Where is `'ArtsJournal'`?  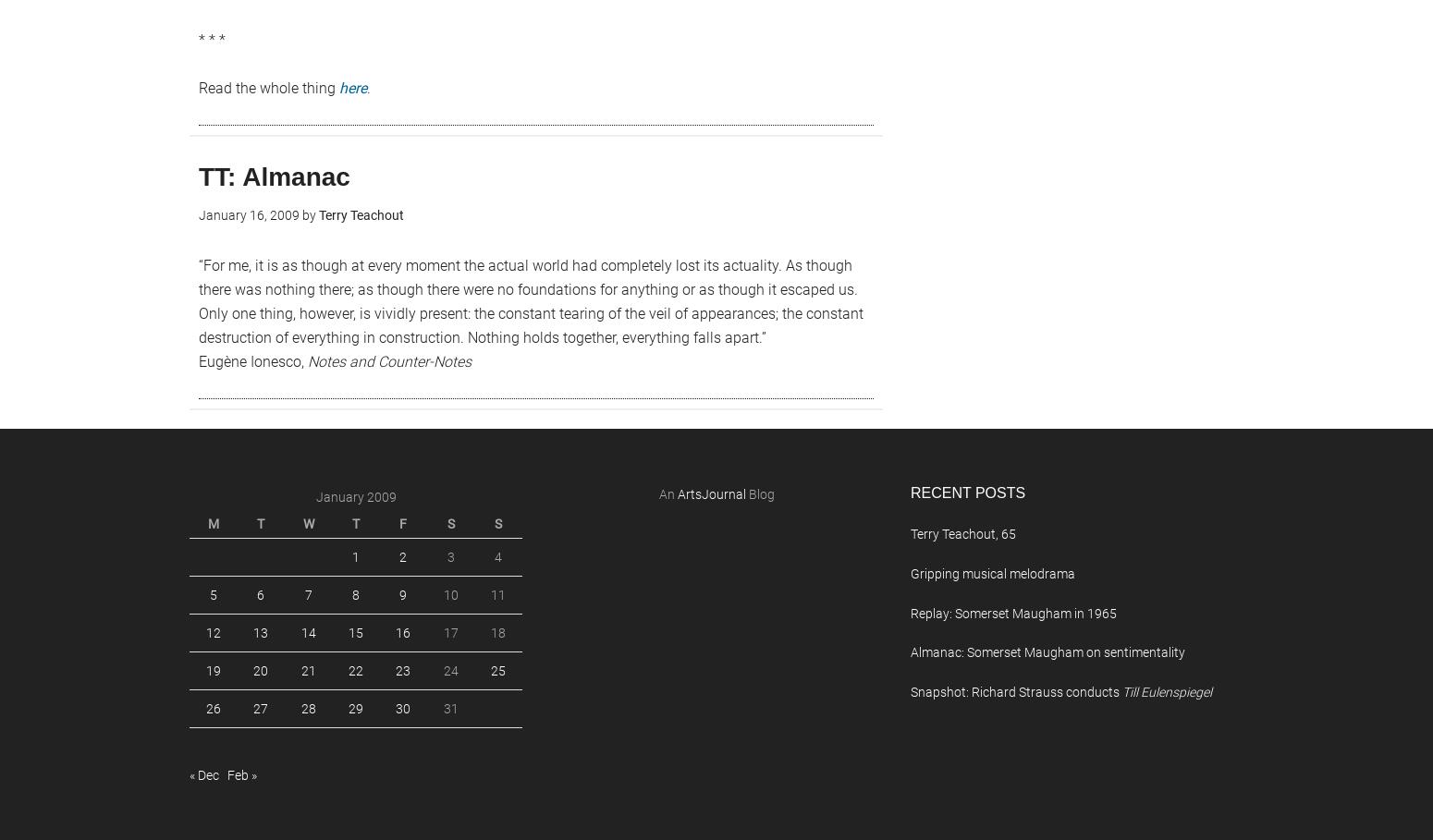
'ArtsJournal' is located at coordinates (677, 494).